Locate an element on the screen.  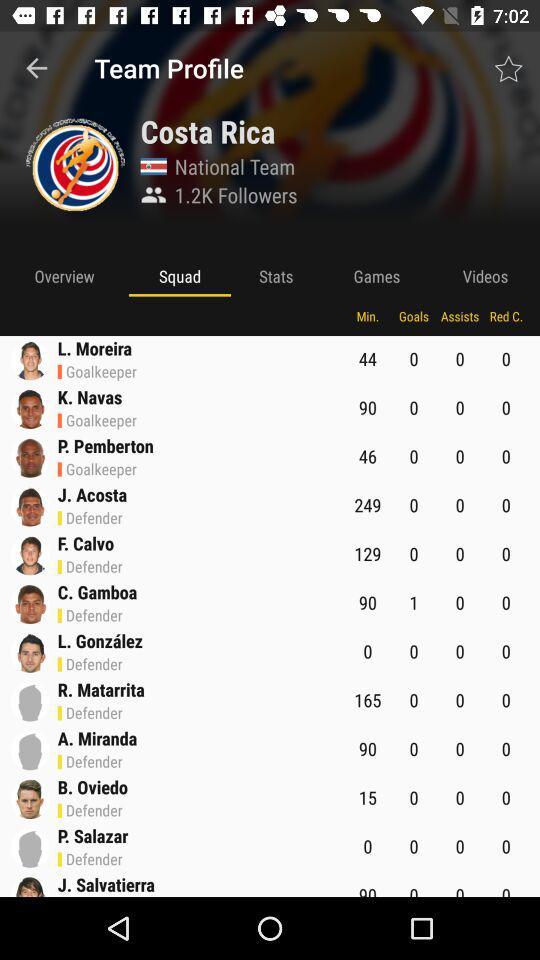
games app is located at coordinates (376, 275).